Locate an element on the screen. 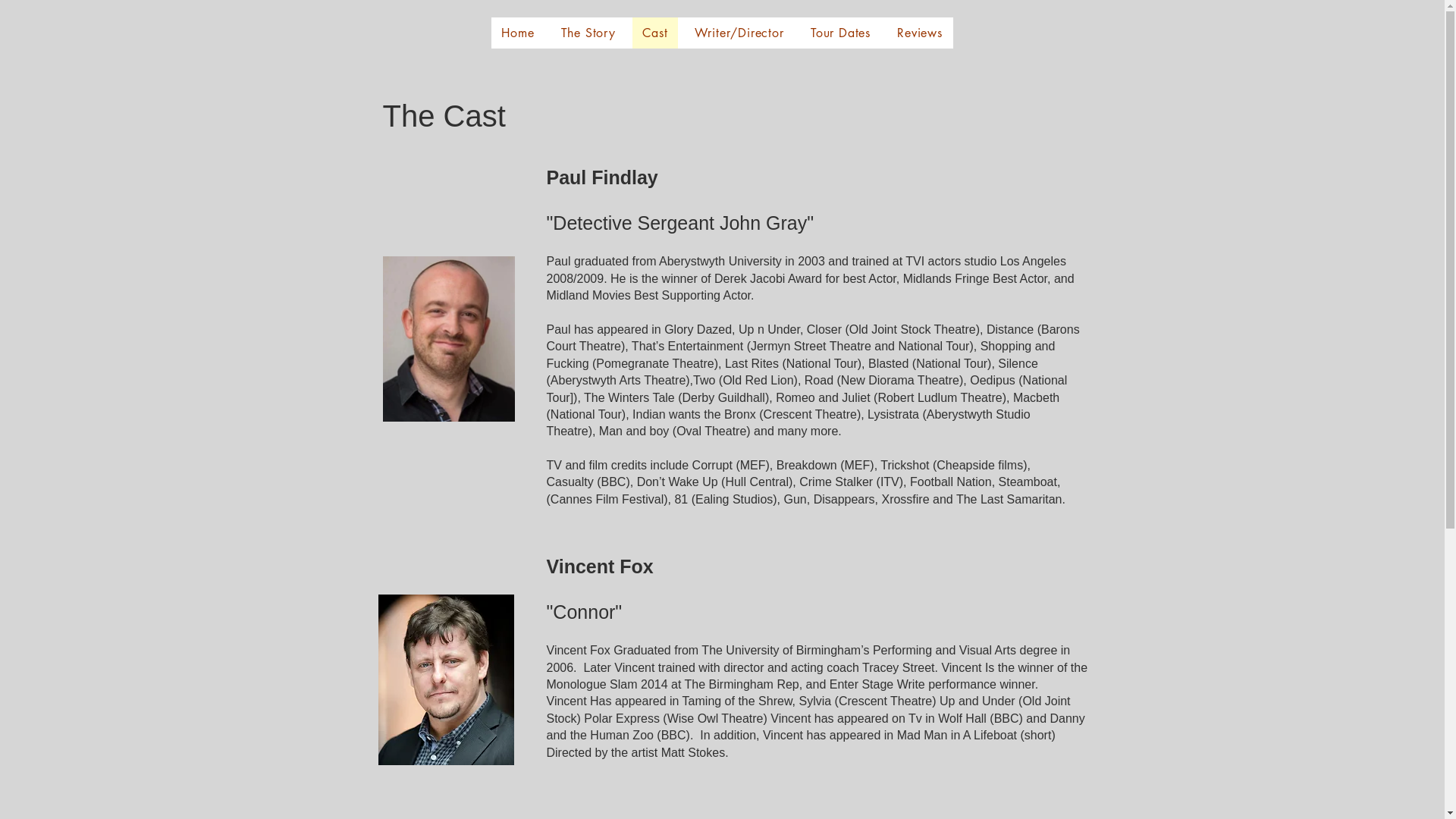 This screenshot has width=1456, height=819. 'Cast' is located at coordinates (632, 33).